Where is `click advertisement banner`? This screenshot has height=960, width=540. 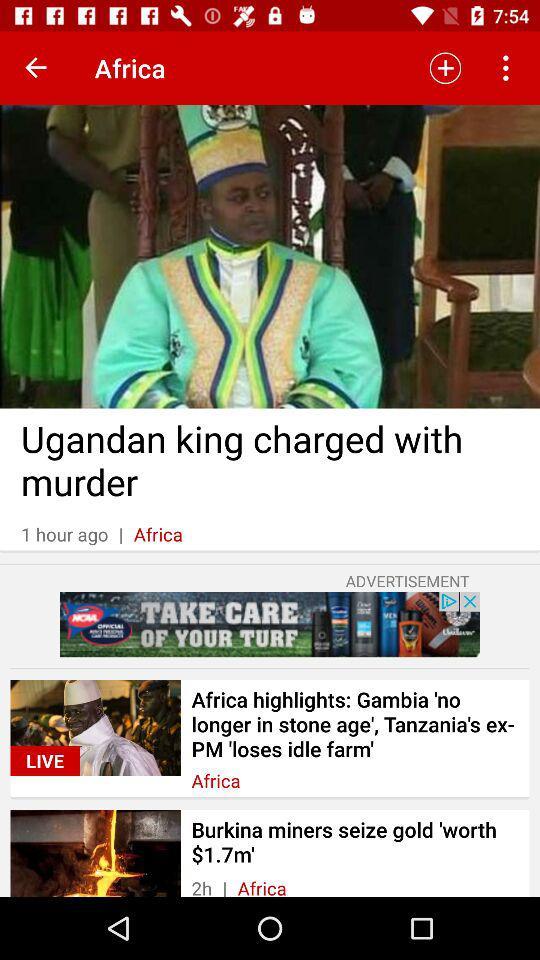 click advertisement banner is located at coordinates (270, 623).